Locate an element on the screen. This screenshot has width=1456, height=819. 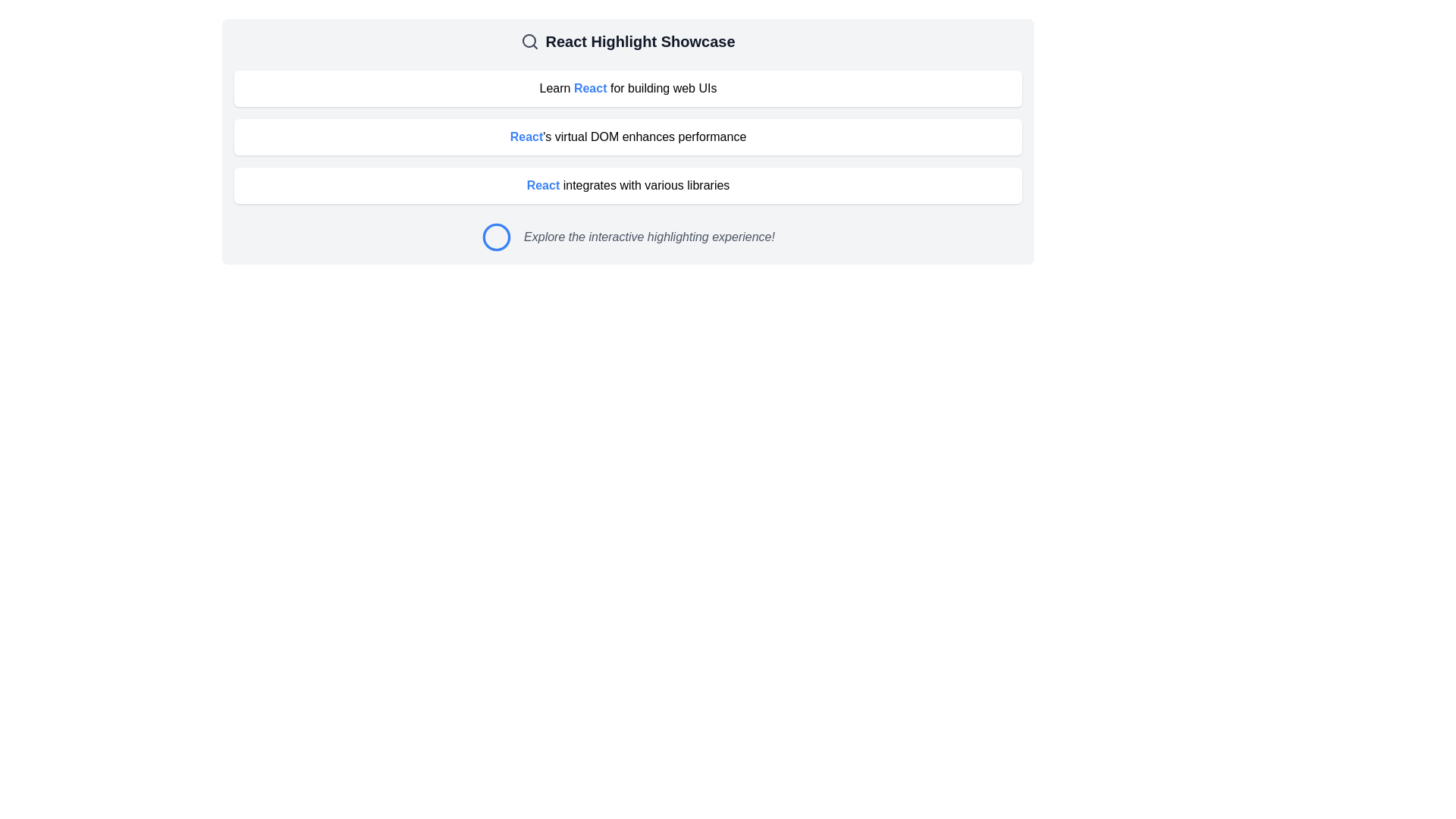
the heading text that reads 'React Highlight Showcase', which is a prominent bold title styled in dark gray on a light gray background, located at the upper center of the interface is located at coordinates (640, 40).